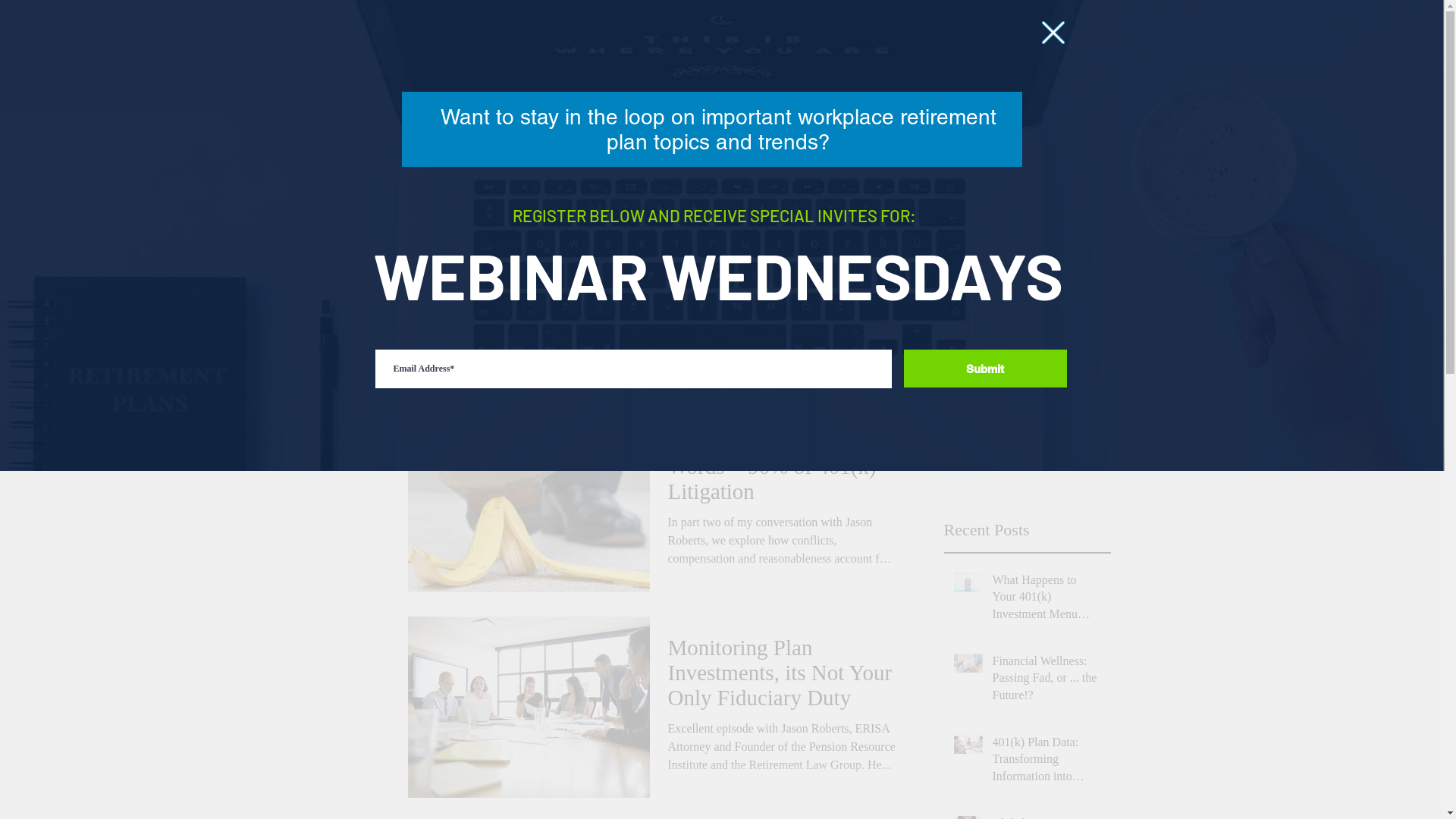 This screenshot has width=1456, height=819. I want to click on '401(k) Plan Data: Transforming Information into Insights!', so click(1046, 762).